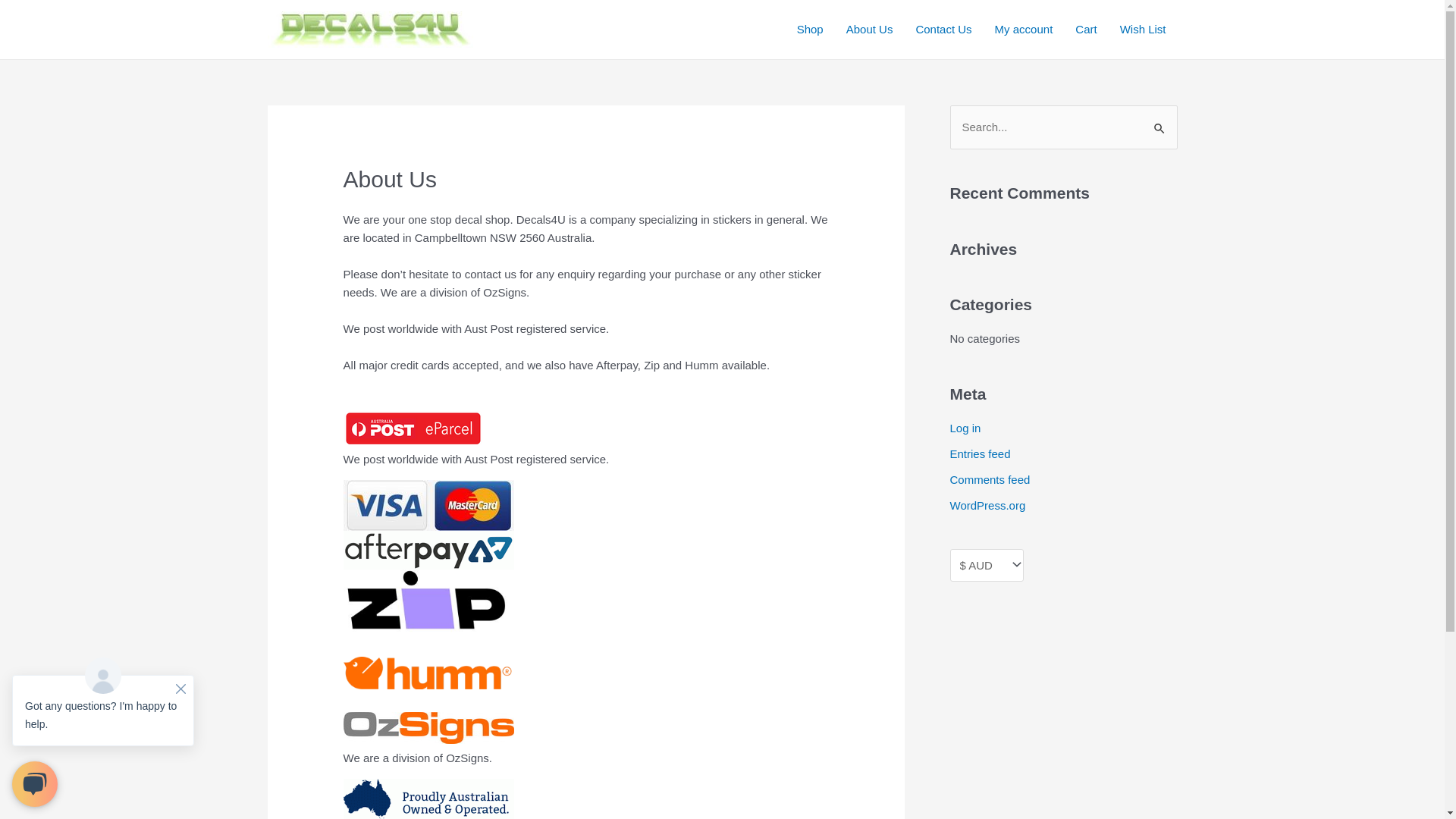 The image size is (1456, 819). Describe the element at coordinates (942, 29) in the screenshot. I see `'Contact Us'` at that location.